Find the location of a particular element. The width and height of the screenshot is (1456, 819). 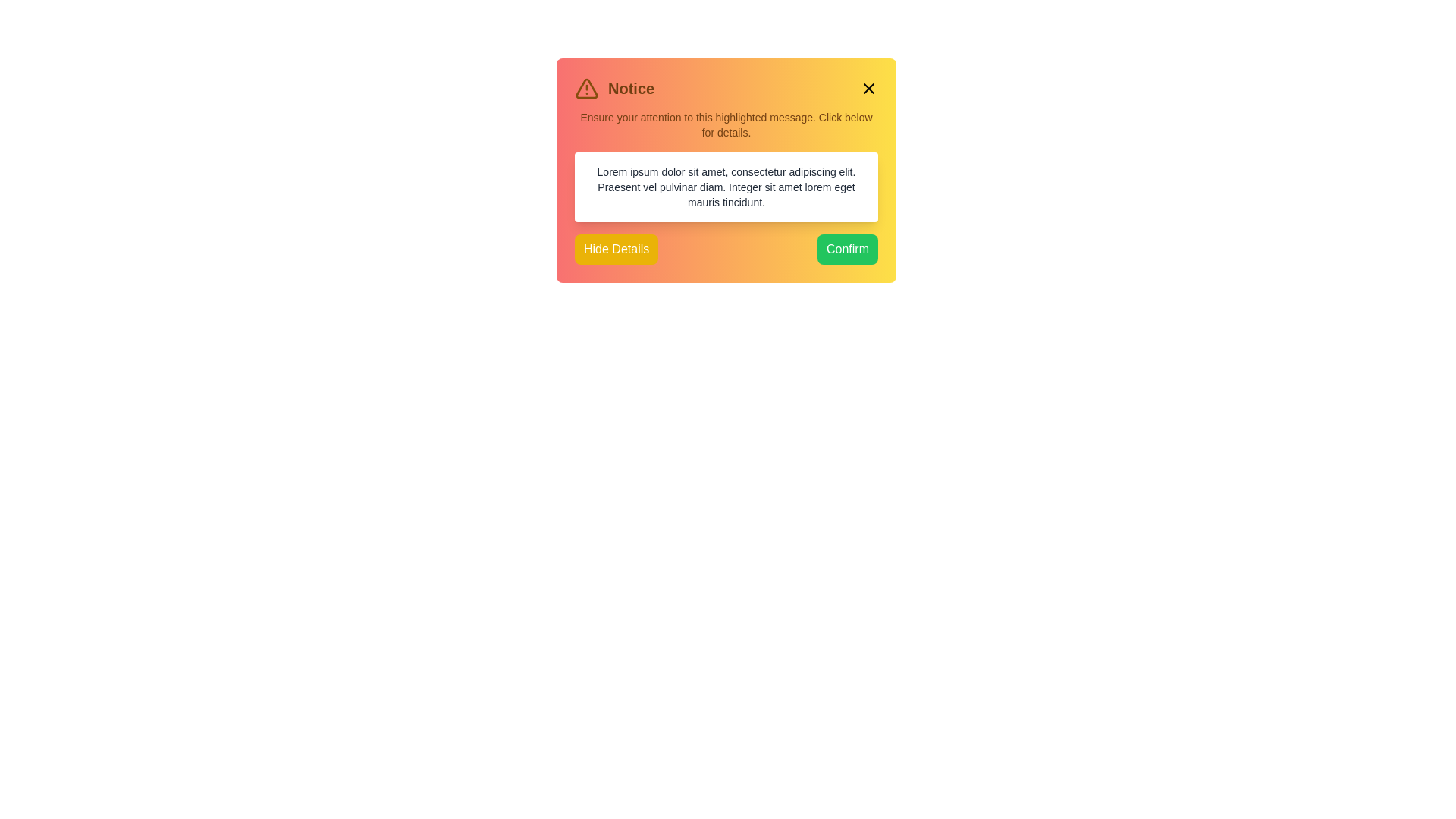

the 'Confirm' button to acknowledge the alert is located at coordinates (847, 248).